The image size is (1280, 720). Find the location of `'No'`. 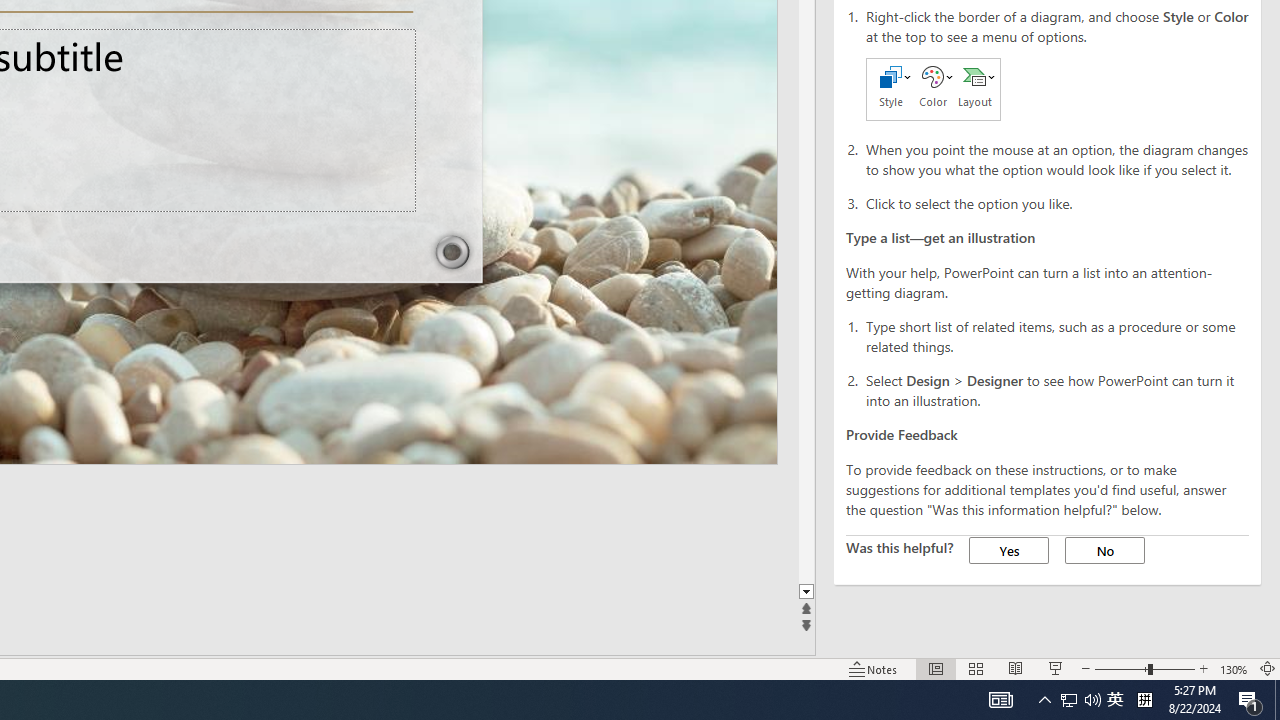

'No' is located at coordinates (1104, 550).